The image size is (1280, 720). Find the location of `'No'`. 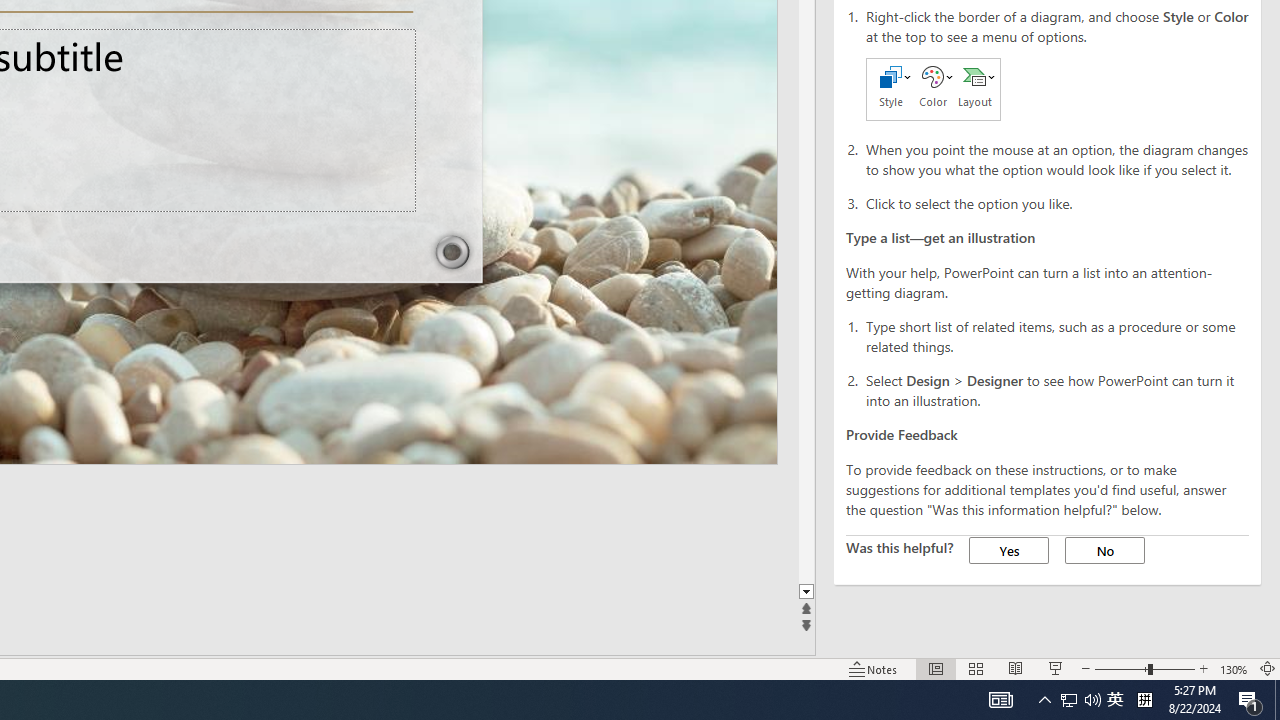

'No' is located at coordinates (1104, 550).